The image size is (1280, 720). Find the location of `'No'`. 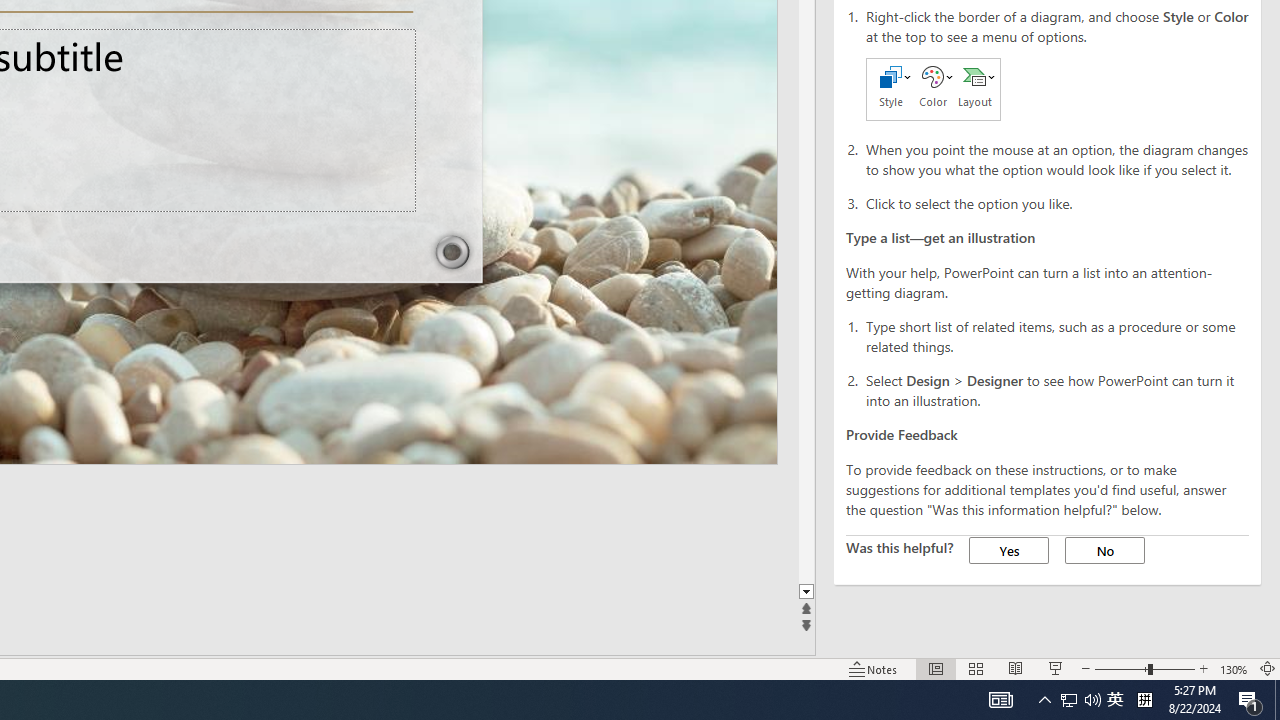

'No' is located at coordinates (1104, 550).